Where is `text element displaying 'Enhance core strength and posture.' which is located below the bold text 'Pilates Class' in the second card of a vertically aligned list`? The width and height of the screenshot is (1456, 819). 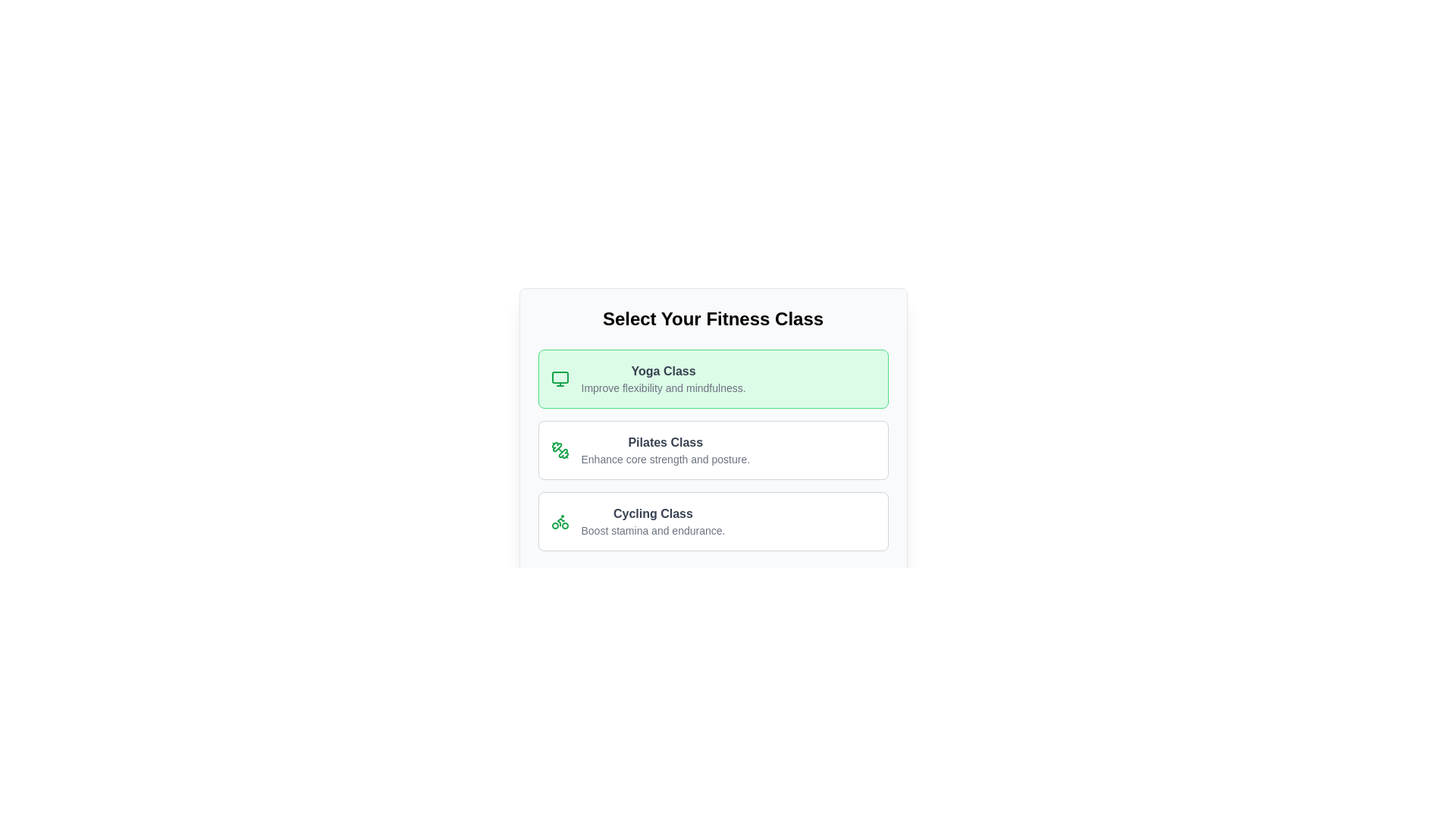 text element displaying 'Enhance core strength and posture.' which is located below the bold text 'Pilates Class' in the second card of a vertically aligned list is located at coordinates (665, 458).